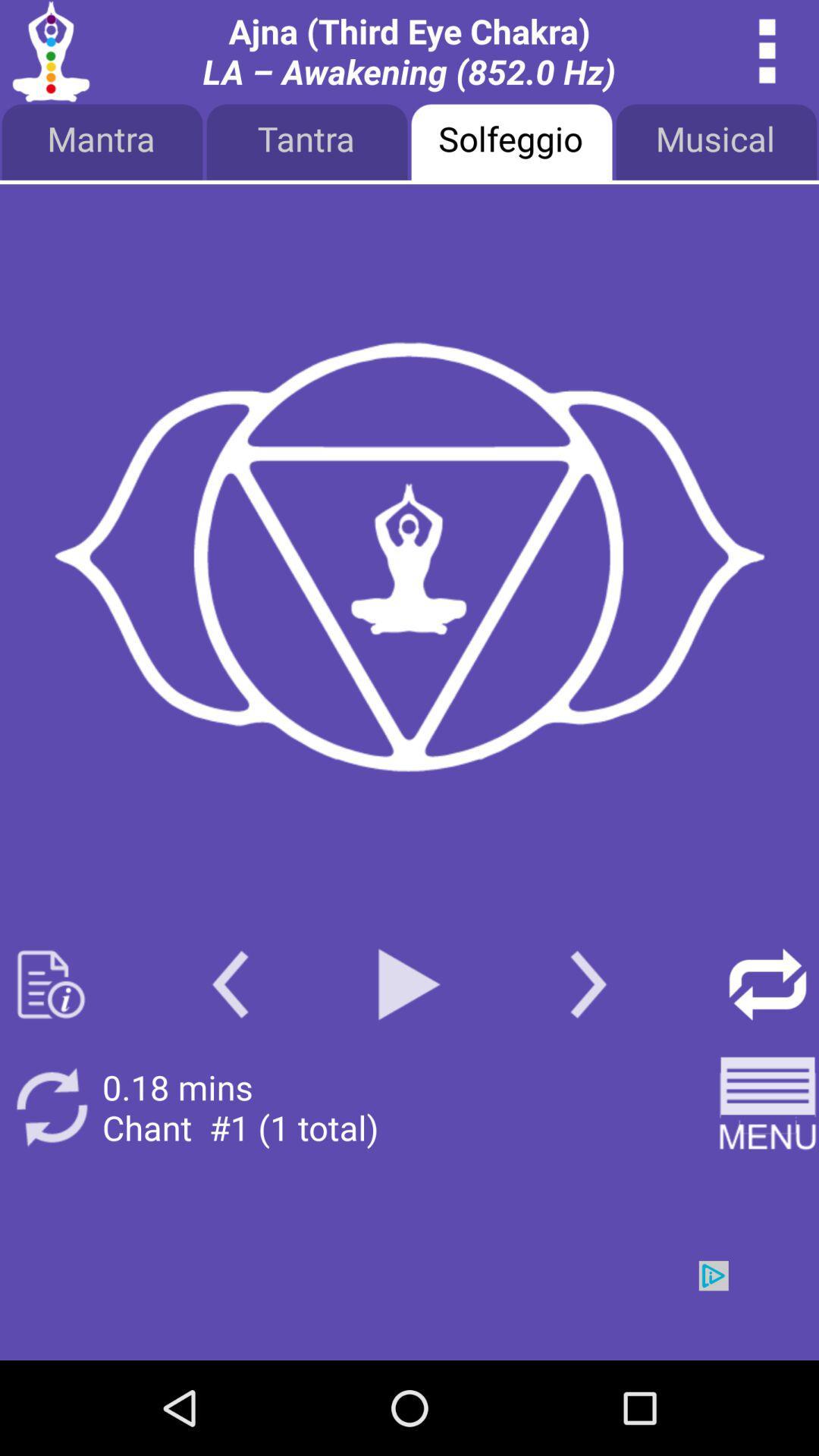  I want to click on overflow menu, so click(767, 51).